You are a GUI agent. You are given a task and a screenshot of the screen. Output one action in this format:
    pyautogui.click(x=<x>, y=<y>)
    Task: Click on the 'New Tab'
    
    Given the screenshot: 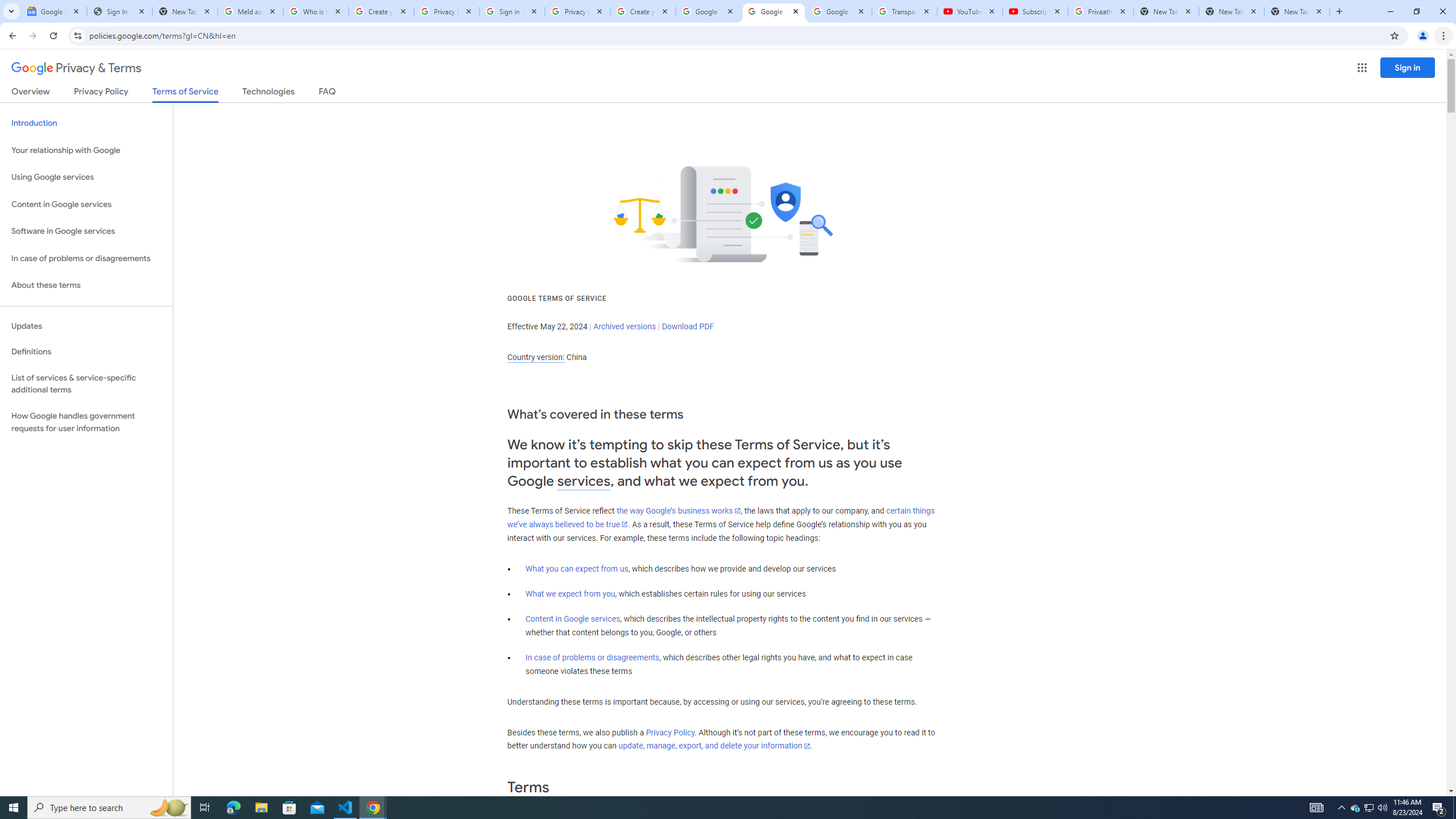 What is the action you would take?
    pyautogui.click(x=1296, y=11)
    